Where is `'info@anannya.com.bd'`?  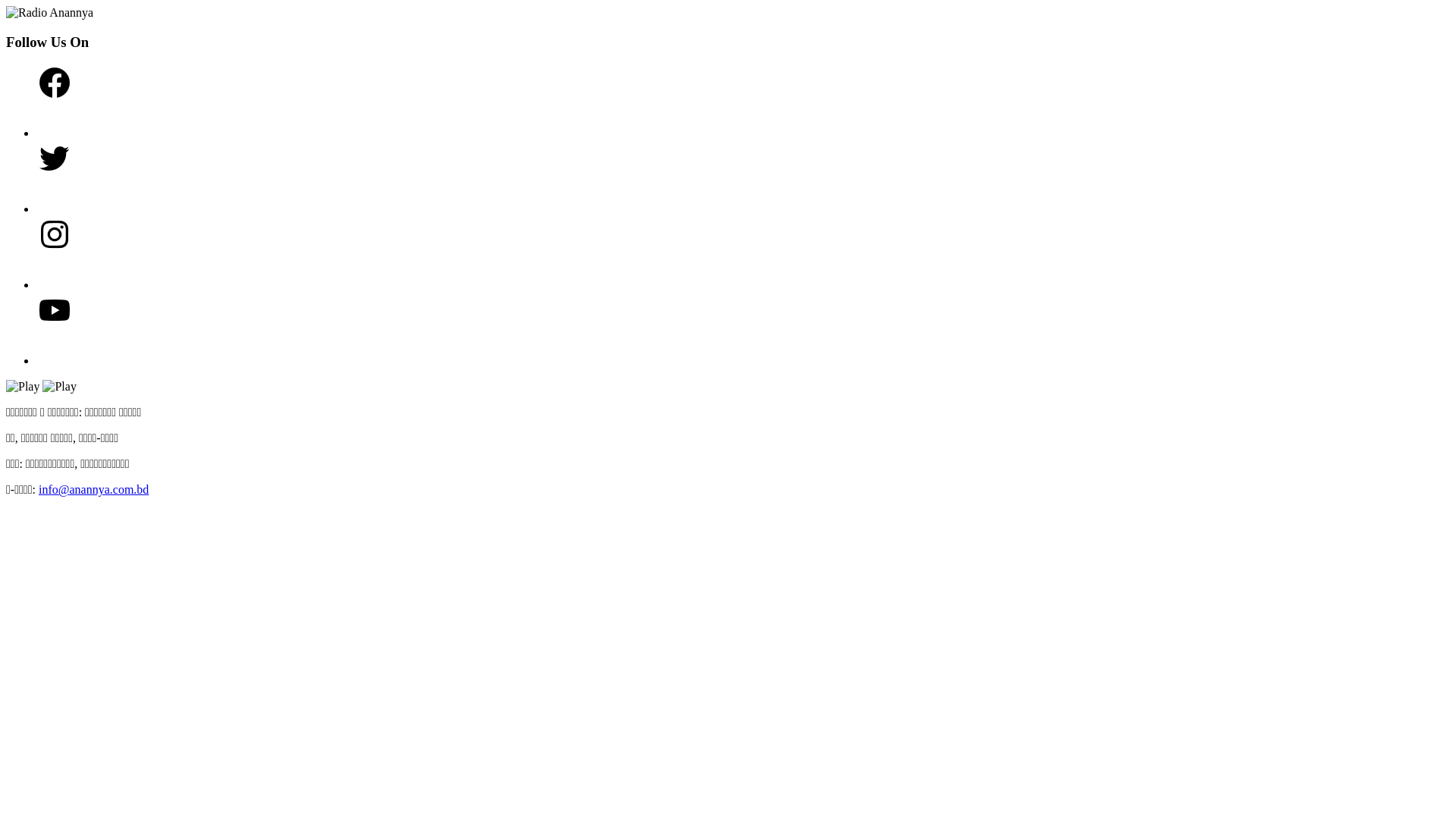 'info@anannya.com.bd' is located at coordinates (39, 489).